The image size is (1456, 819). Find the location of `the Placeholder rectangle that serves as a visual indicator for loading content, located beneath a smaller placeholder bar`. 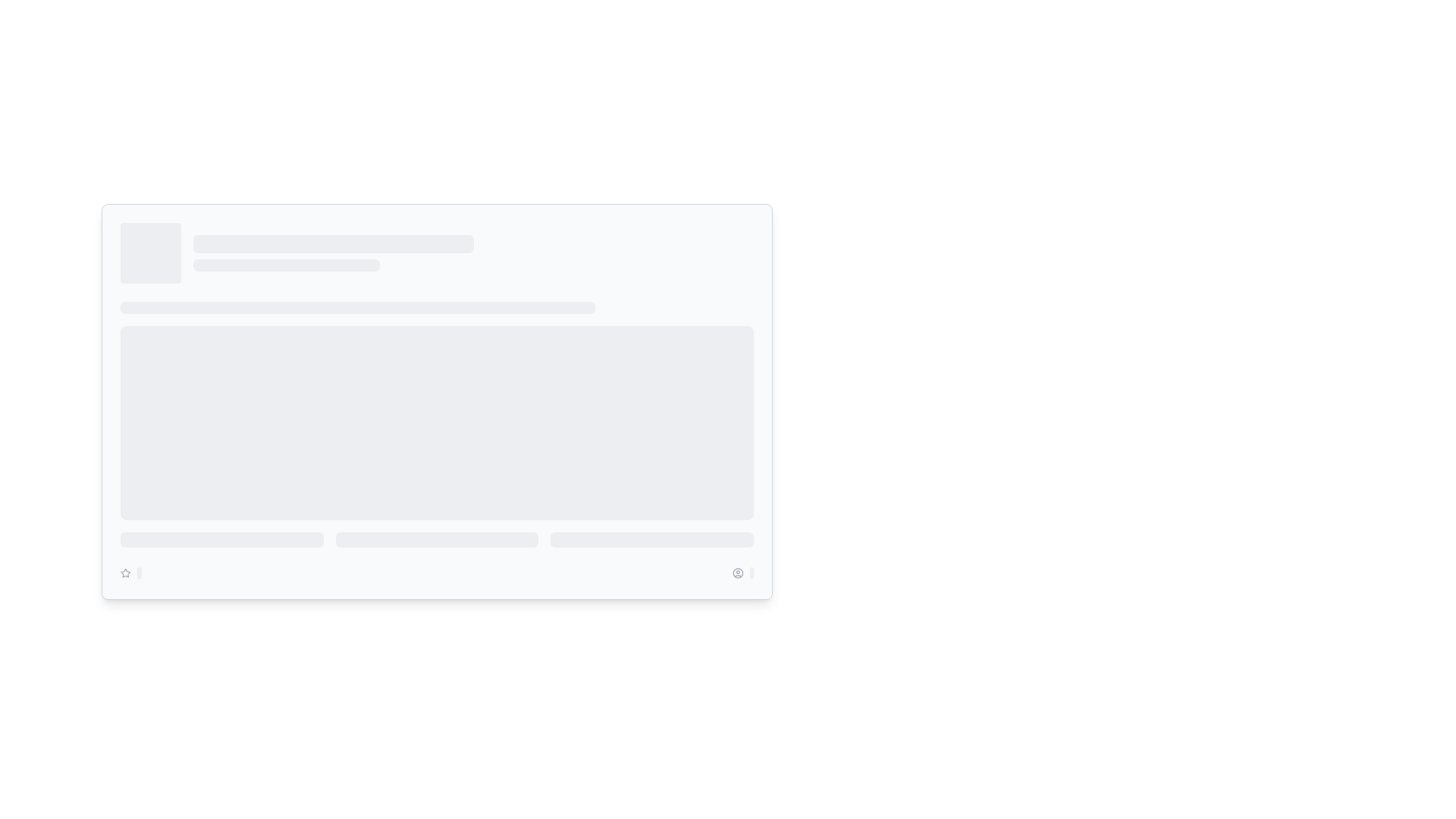

the Placeholder rectangle that serves as a visual indicator for loading content, located beneath a smaller placeholder bar is located at coordinates (436, 423).